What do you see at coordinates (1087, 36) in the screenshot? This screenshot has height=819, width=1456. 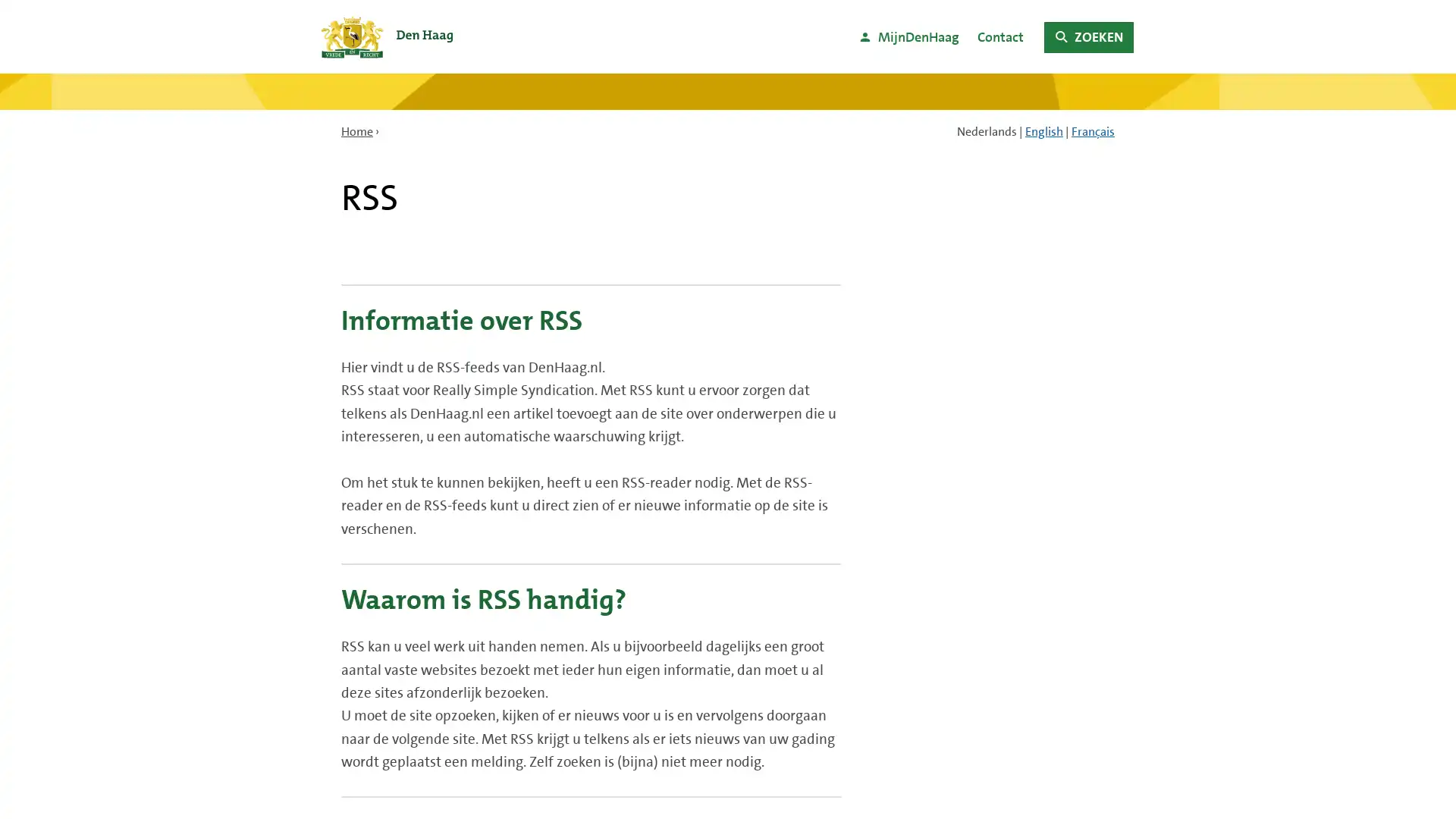 I see `ZOEKEN` at bounding box center [1087, 36].